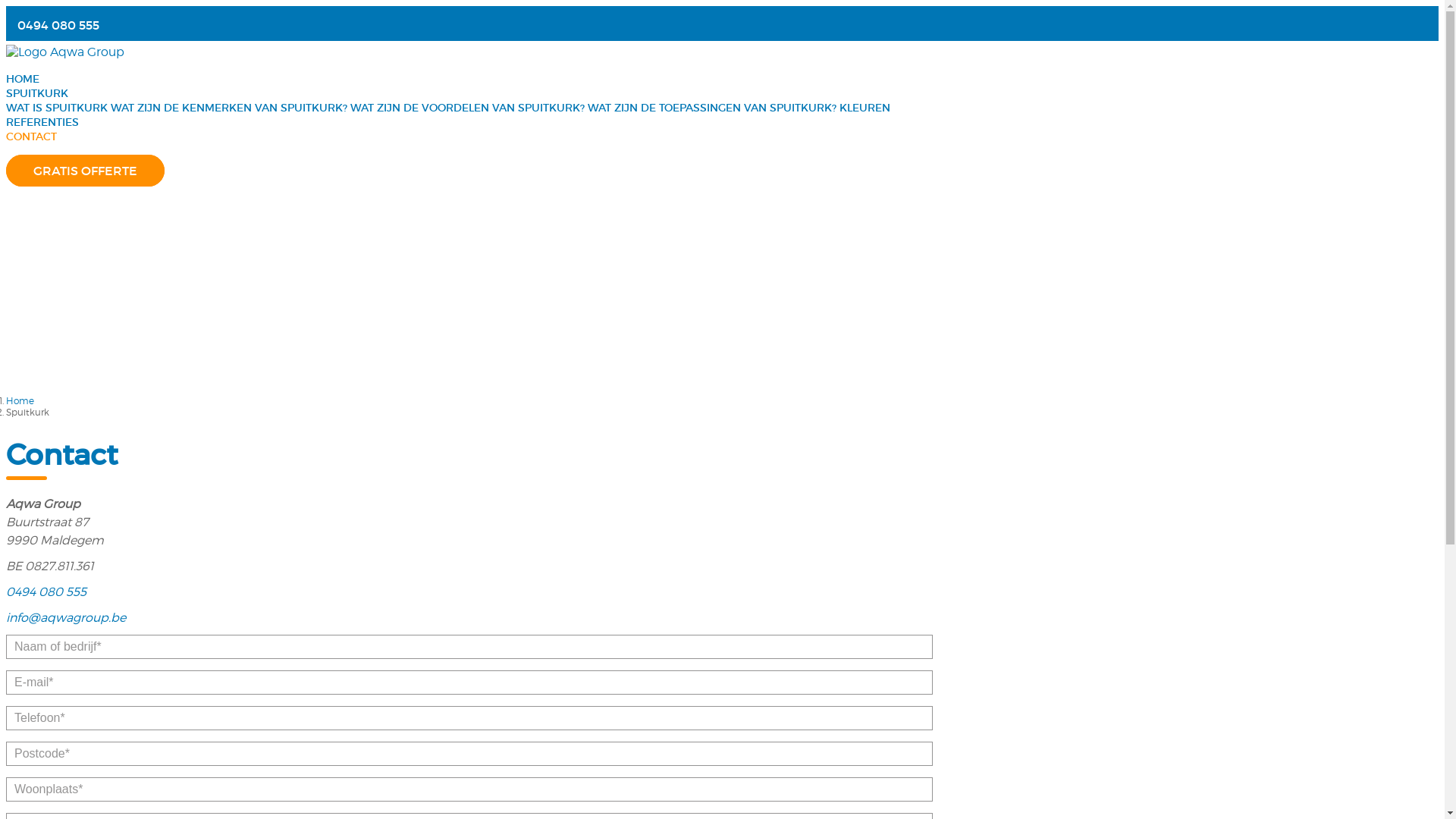 Image resolution: width=1456 pixels, height=819 pixels. What do you see at coordinates (469, 681) in the screenshot?
I see `'Tik een geldig emailadres in aub.'` at bounding box center [469, 681].